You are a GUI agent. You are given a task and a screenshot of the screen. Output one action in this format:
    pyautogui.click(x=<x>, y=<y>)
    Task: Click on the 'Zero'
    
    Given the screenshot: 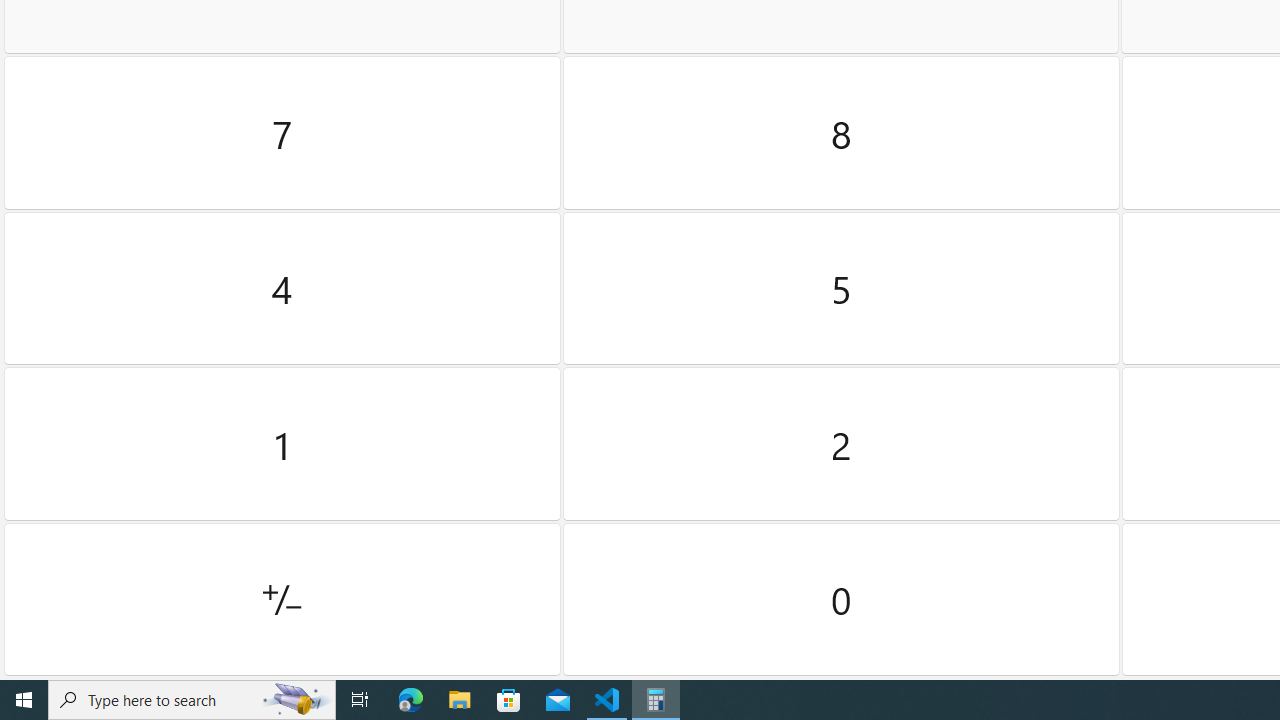 What is the action you would take?
    pyautogui.click(x=841, y=598)
    